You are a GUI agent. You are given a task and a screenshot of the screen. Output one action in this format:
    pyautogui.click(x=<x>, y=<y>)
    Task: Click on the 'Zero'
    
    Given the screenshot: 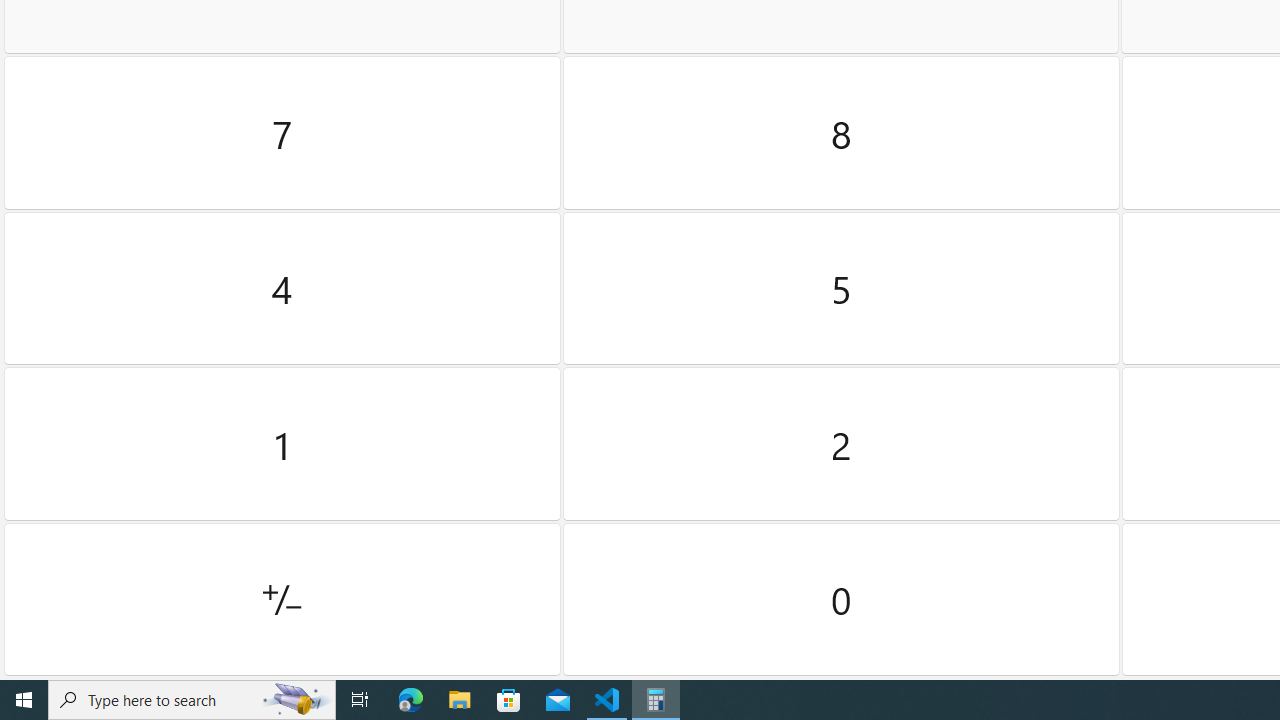 What is the action you would take?
    pyautogui.click(x=841, y=598)
    